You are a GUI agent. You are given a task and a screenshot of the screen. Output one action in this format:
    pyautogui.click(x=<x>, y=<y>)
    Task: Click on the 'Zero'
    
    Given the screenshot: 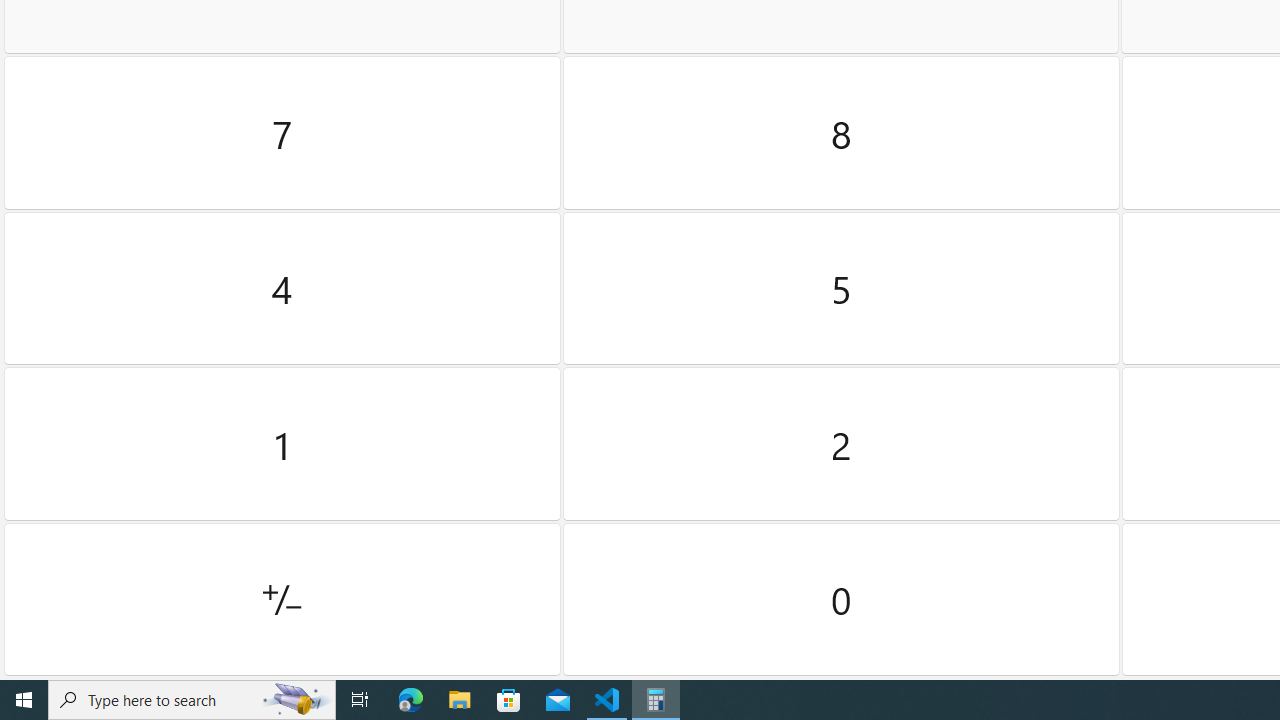 What is the action you would take?
    pyautogui.click(x=841, y=598)
    